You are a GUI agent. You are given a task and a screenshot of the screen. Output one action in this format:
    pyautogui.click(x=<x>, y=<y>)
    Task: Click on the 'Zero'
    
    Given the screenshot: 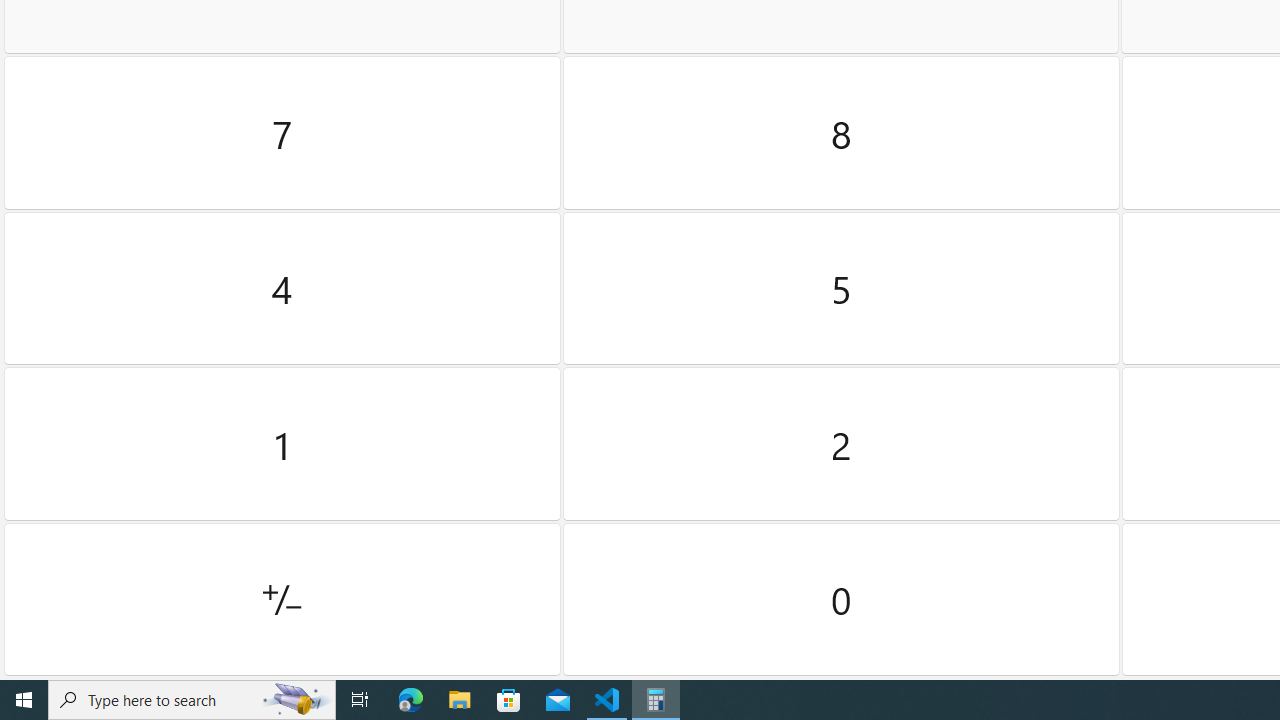 What is the action you would take?
    pyautogui.click(x=841, y=598)
    